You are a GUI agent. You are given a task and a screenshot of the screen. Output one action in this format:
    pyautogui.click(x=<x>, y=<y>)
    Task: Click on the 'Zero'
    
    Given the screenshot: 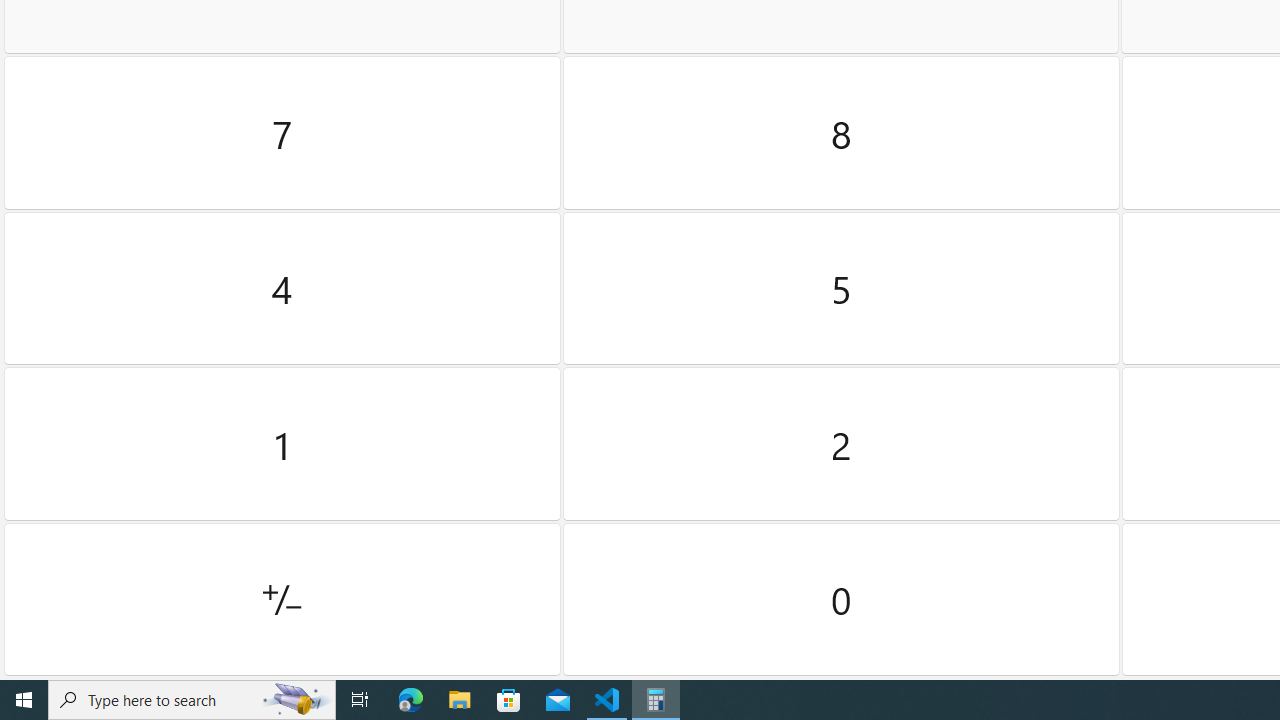 What is the action you would take?
    pyautogui.click(x=841, y=598)
    